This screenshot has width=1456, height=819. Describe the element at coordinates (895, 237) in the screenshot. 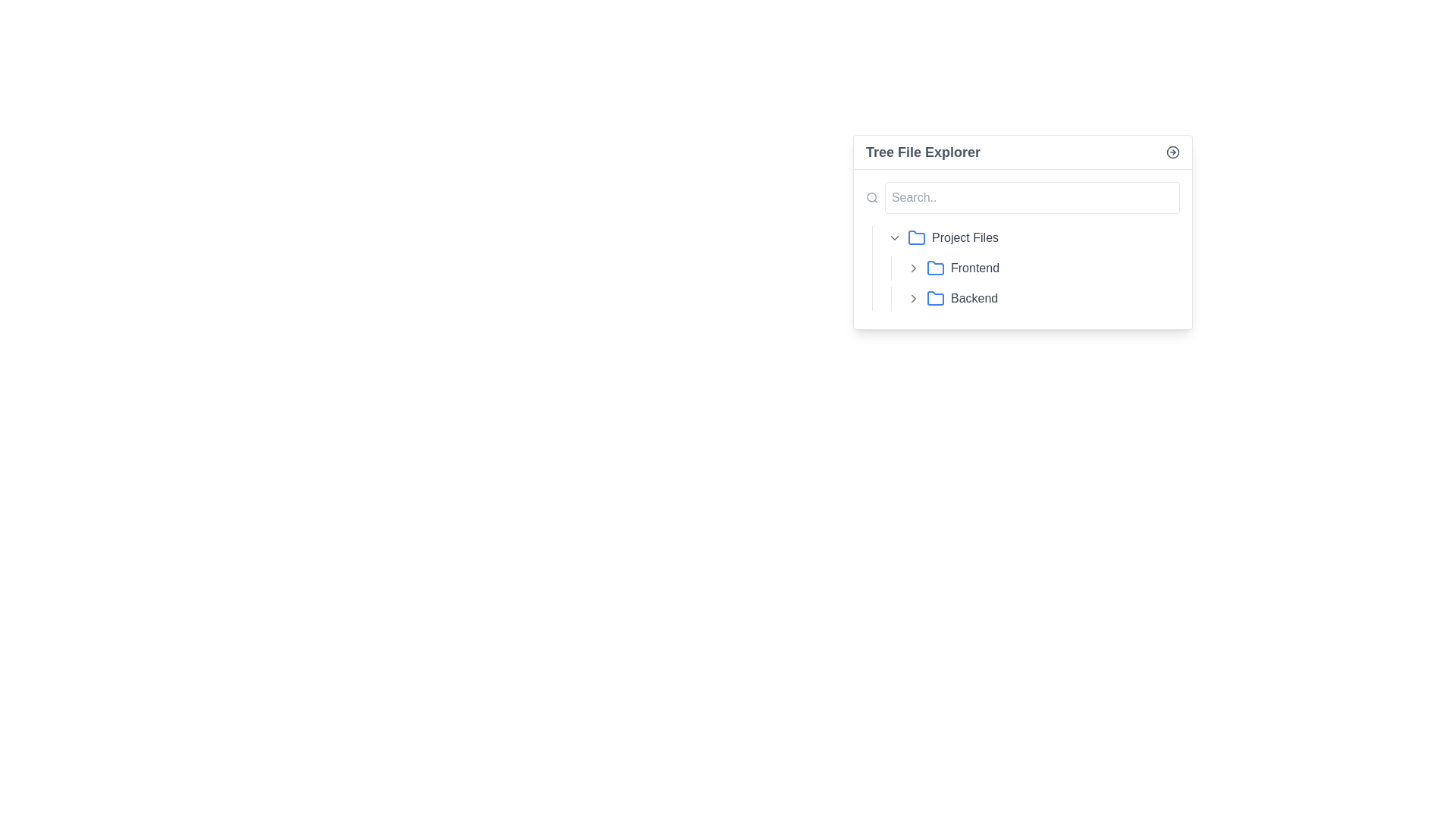

I see `the Dropdown indicator (chevron arrow)` at that location.